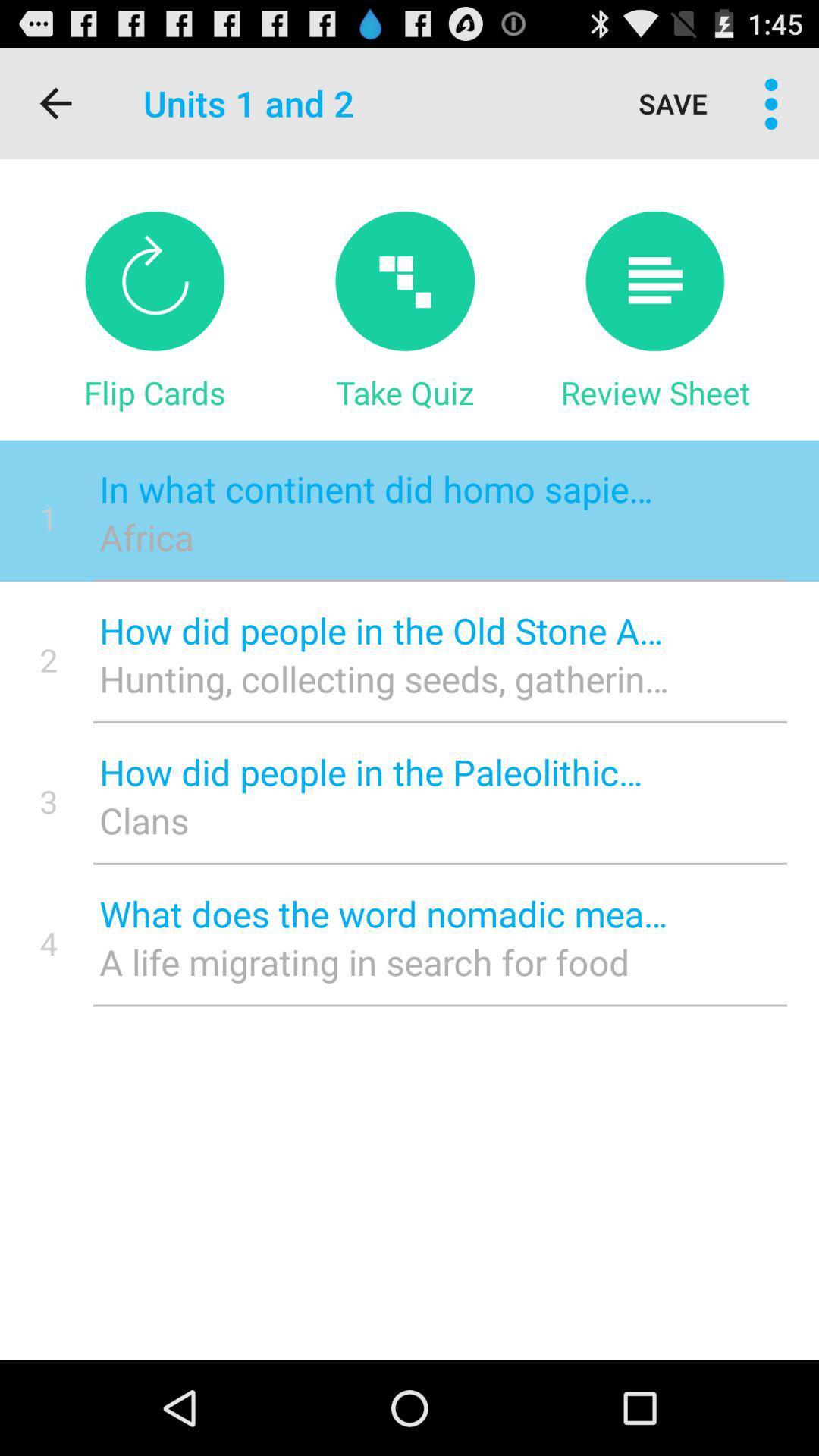 The width and height of the screenshot is (819, 1456). Describe the element at coordinates (404, 392) in the screenshot. I see `the item to the right of flip cards item` at that location.